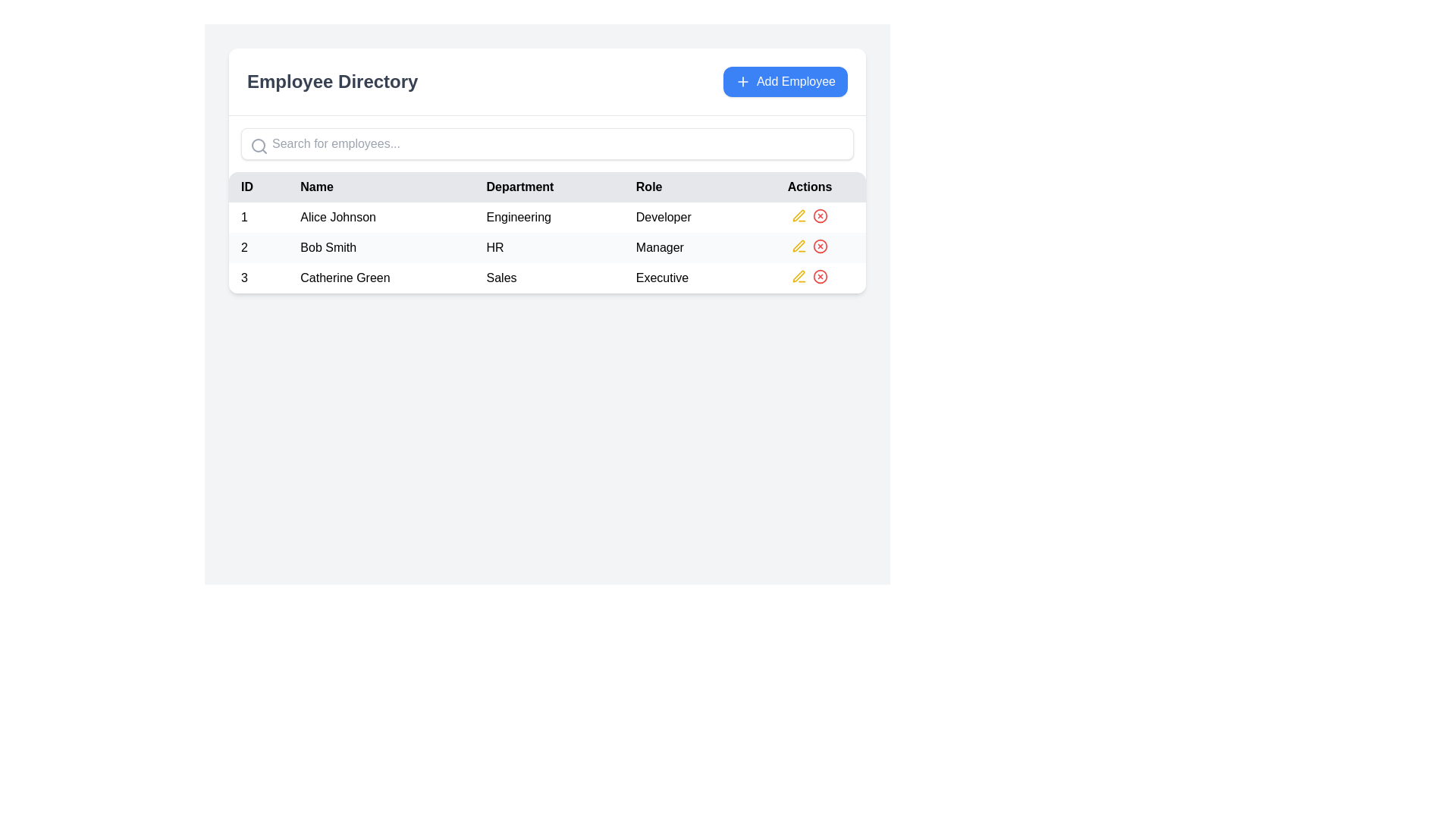 The width and height of the screenshot is (1456, 819). What do you see at coordinates (819, 245) in the screenshot?
I see `the delete icon button located in the 'Actions' column of the second row in the employee directory table` at bounding box center [819, 245].